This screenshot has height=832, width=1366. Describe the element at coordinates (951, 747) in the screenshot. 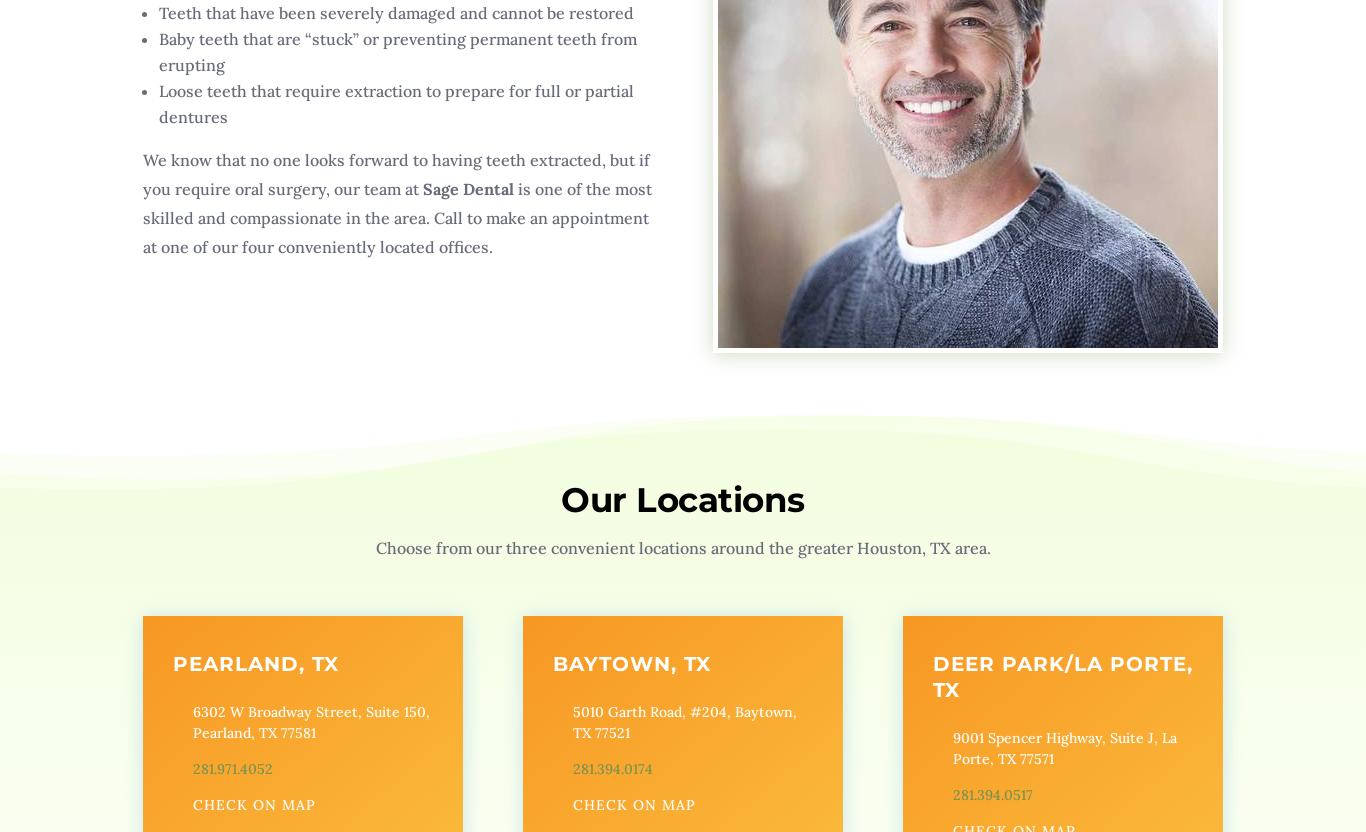

I see `'9001 Spencer Highway, Suite J, La Porte, TX 77571'` at that location.